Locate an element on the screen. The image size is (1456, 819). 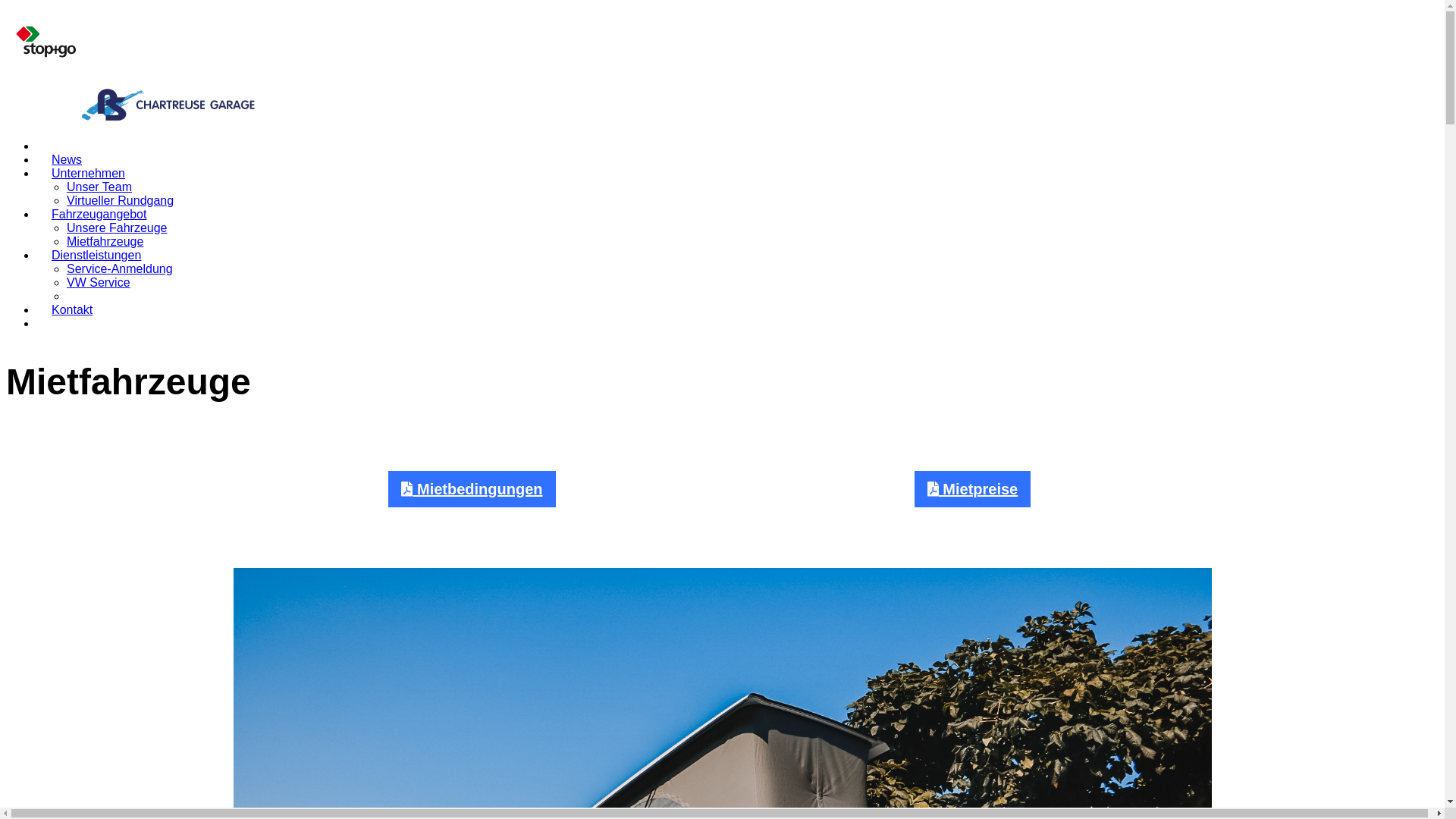
'VW Service' is located at coordinates (97, 282).